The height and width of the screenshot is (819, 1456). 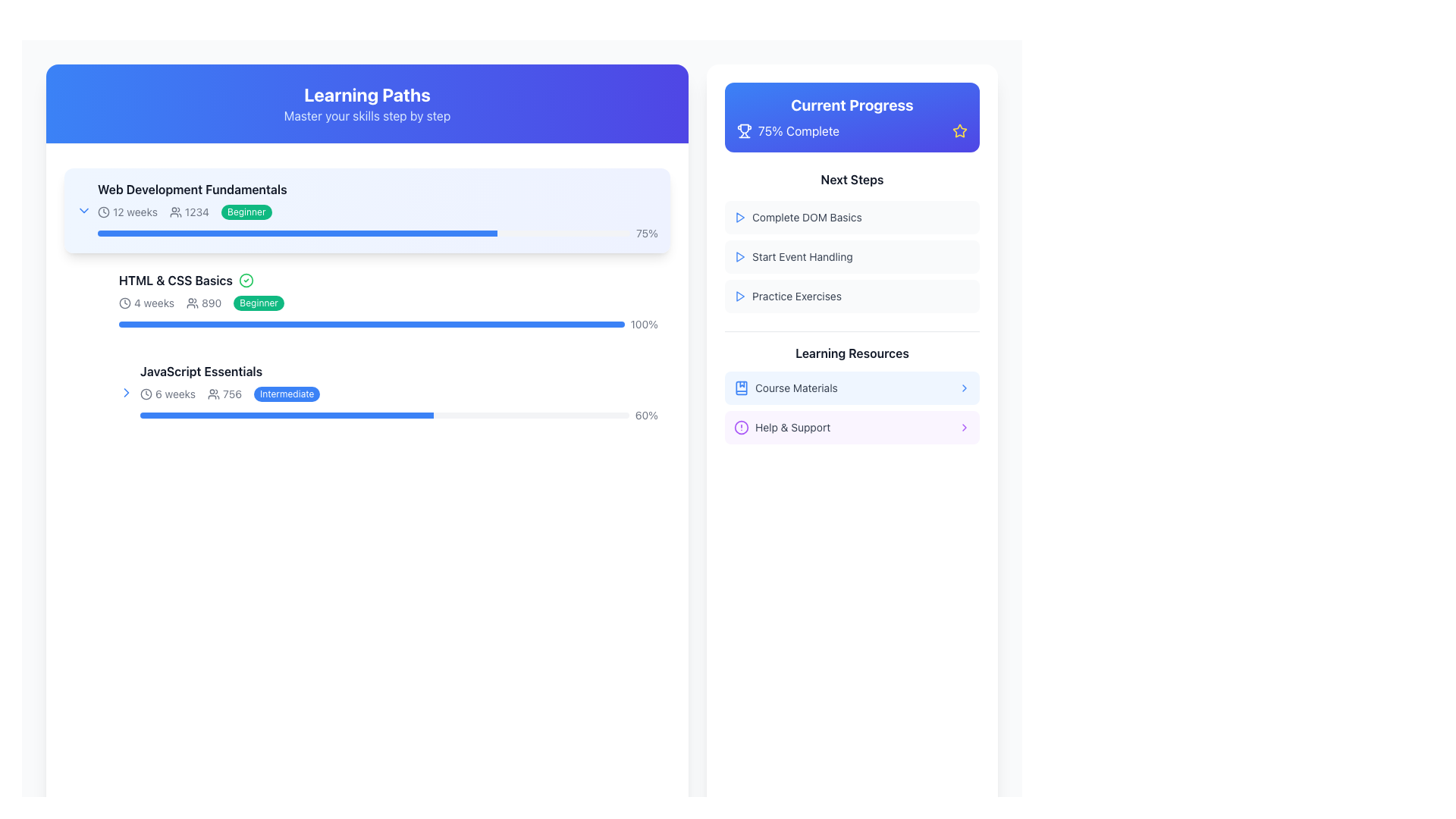 What do you see at coordinates (795, 388) in the screenshot?
I see `text label displaying 'Course Materials', which is styled in gray and positioned within the 'Learning Resources' subsection, immediately following the book icon` at bounding box center [795, 388].